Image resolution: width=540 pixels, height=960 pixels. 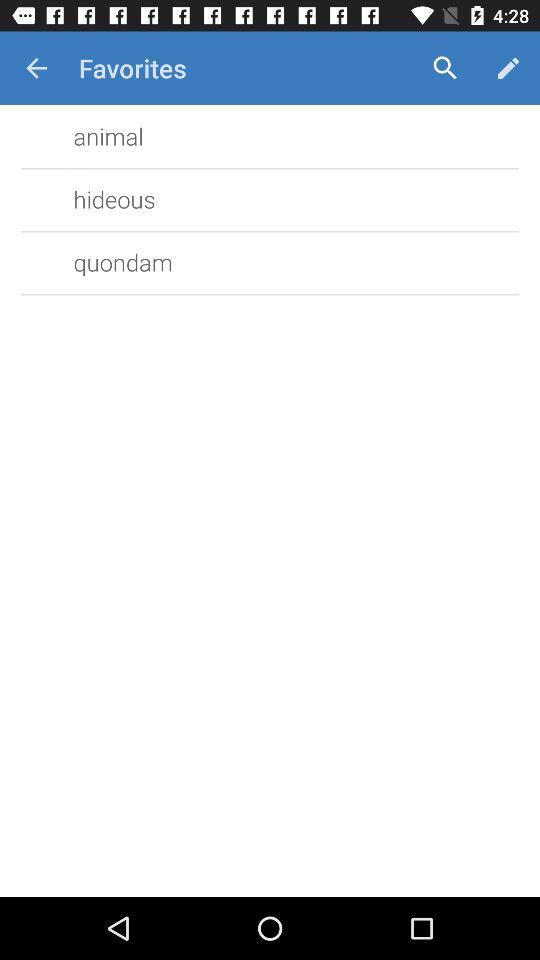 I want to click on app next to favorites app, so click(x=445, y=68).